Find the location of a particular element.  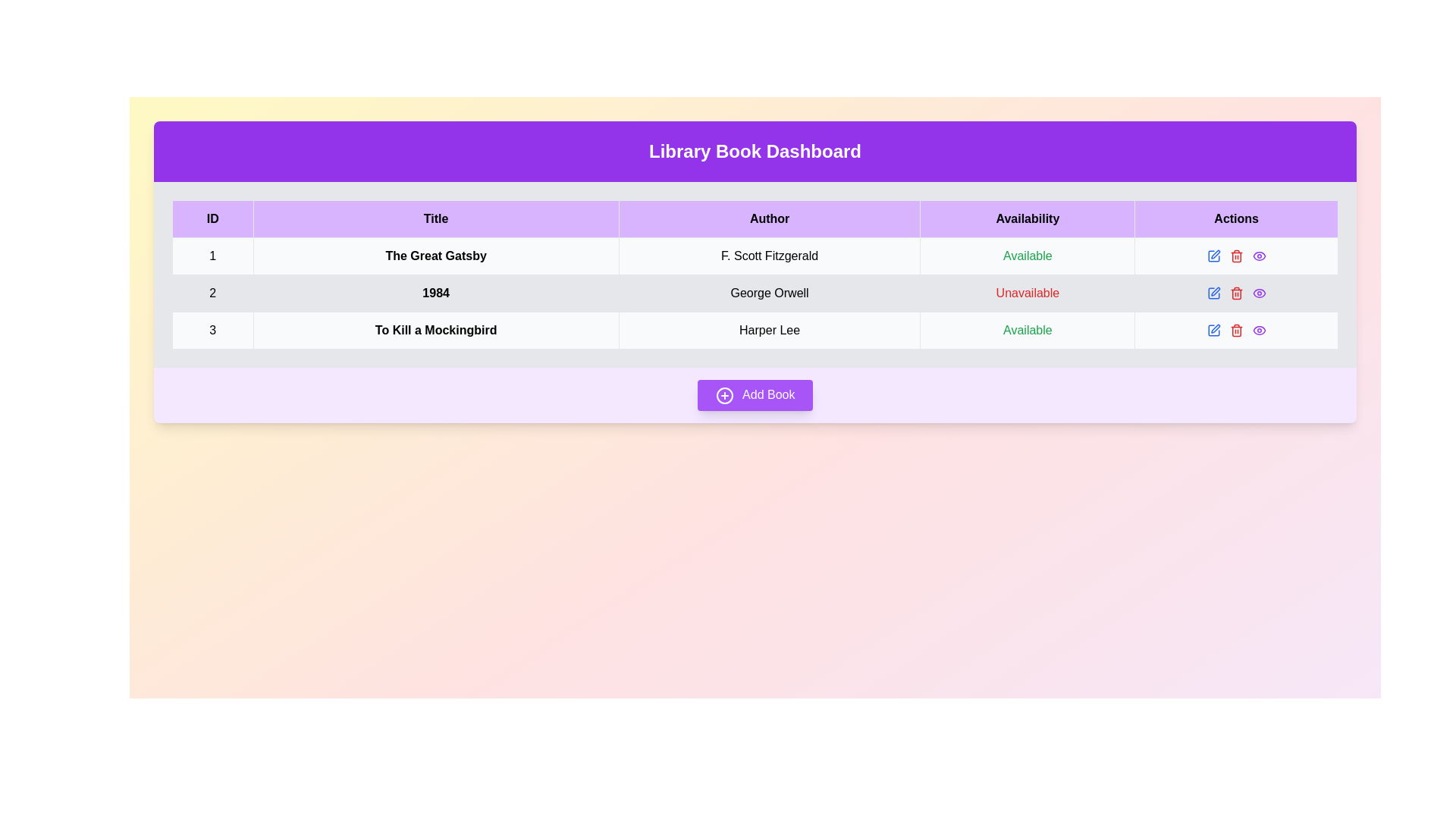

the red trash can icon in the 'Actions' column of the row for the book '1984' by George Orwell in the 'Library Book Dashboard' is located at coordinates (1236, 293).